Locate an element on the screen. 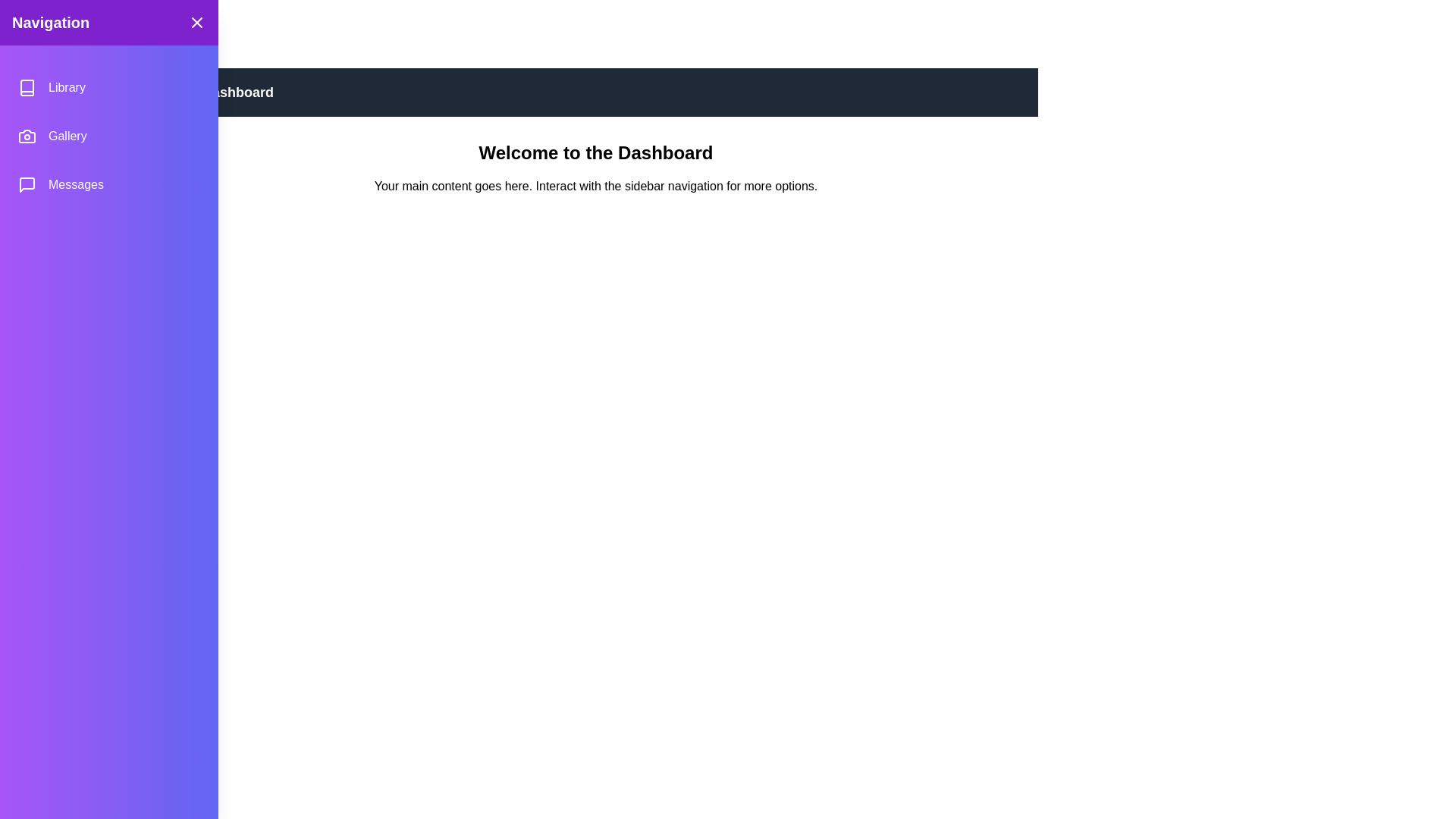 This screenshot has width=1456, height=819. the message icon, which is a speech bubble-like SVG icon located to the left of the 'Messages' label in the navigation sidebar is located at coordinates (27, 184).